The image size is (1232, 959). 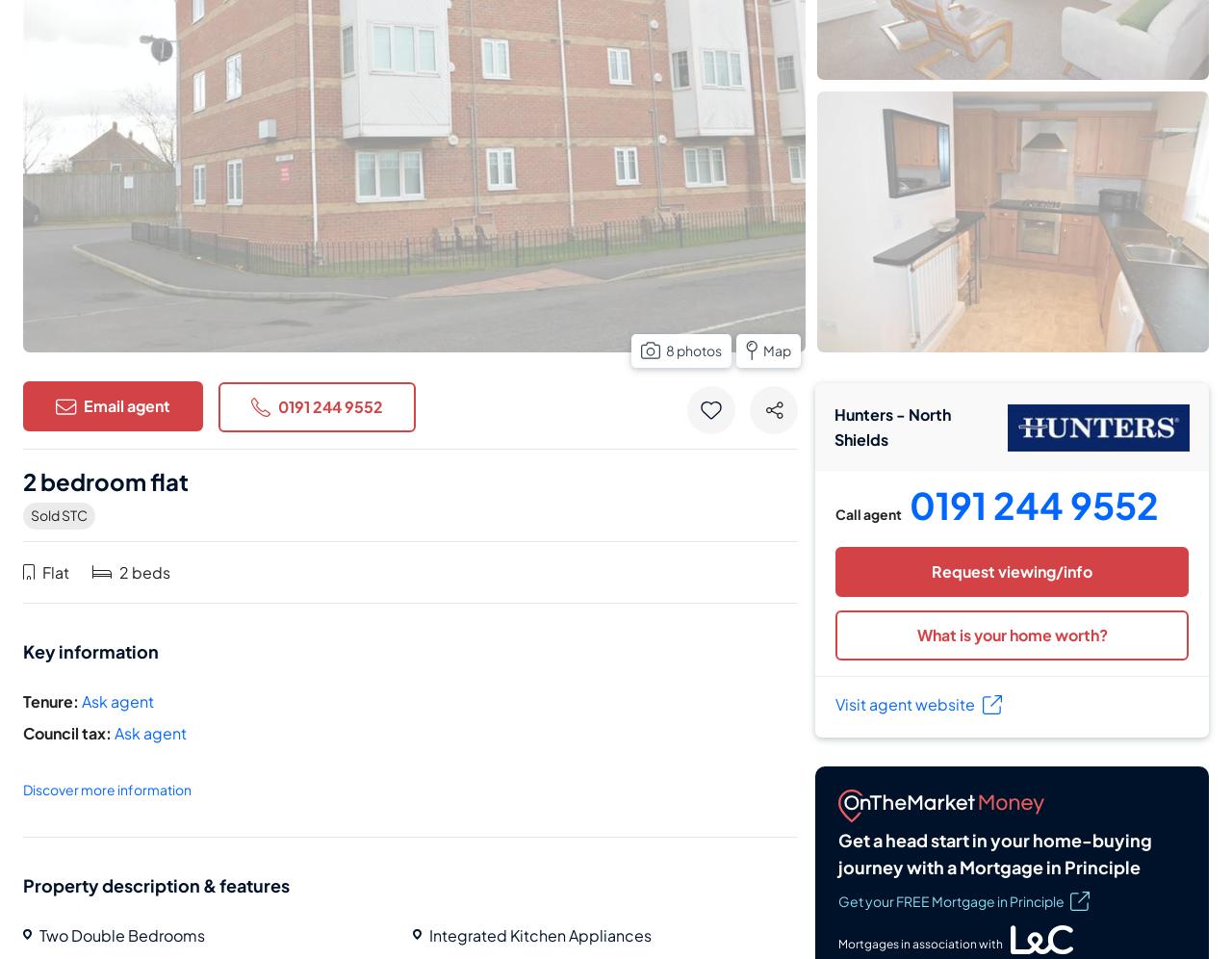 I want to click on '2 bedroom flat', so click(x=104, y=480).